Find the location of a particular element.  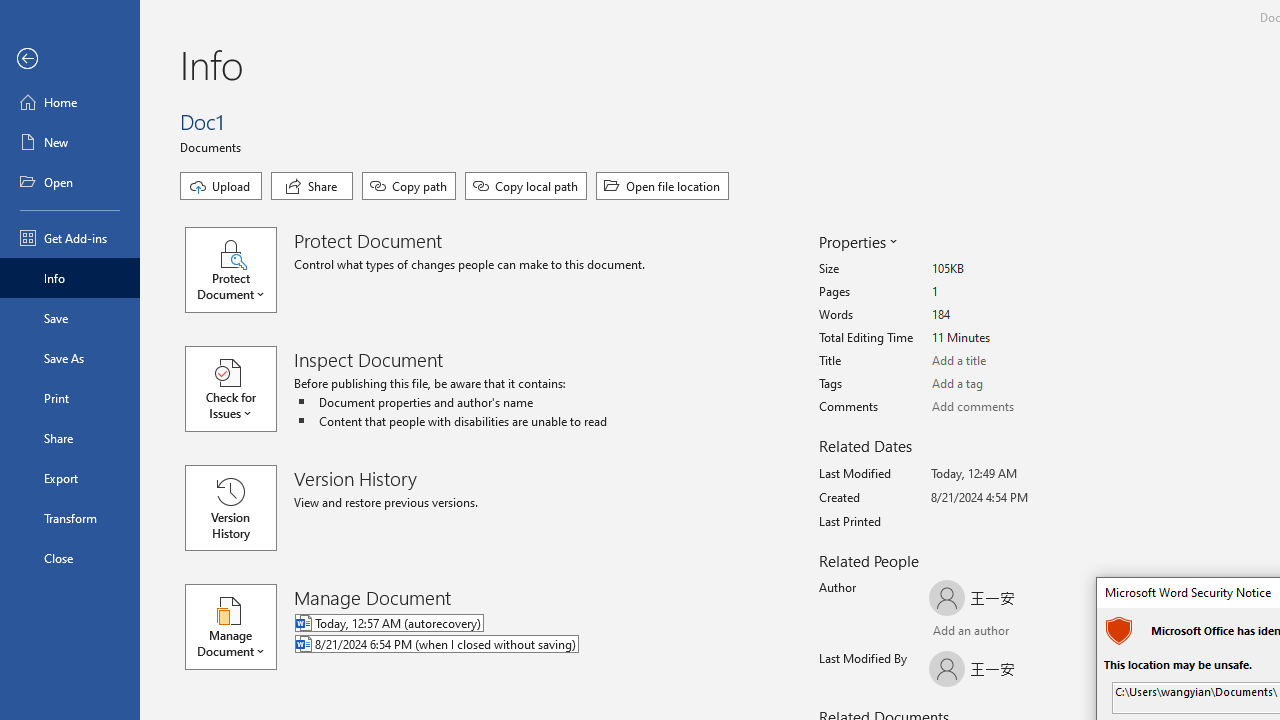

'Export' is located at coordinates (69, 478).